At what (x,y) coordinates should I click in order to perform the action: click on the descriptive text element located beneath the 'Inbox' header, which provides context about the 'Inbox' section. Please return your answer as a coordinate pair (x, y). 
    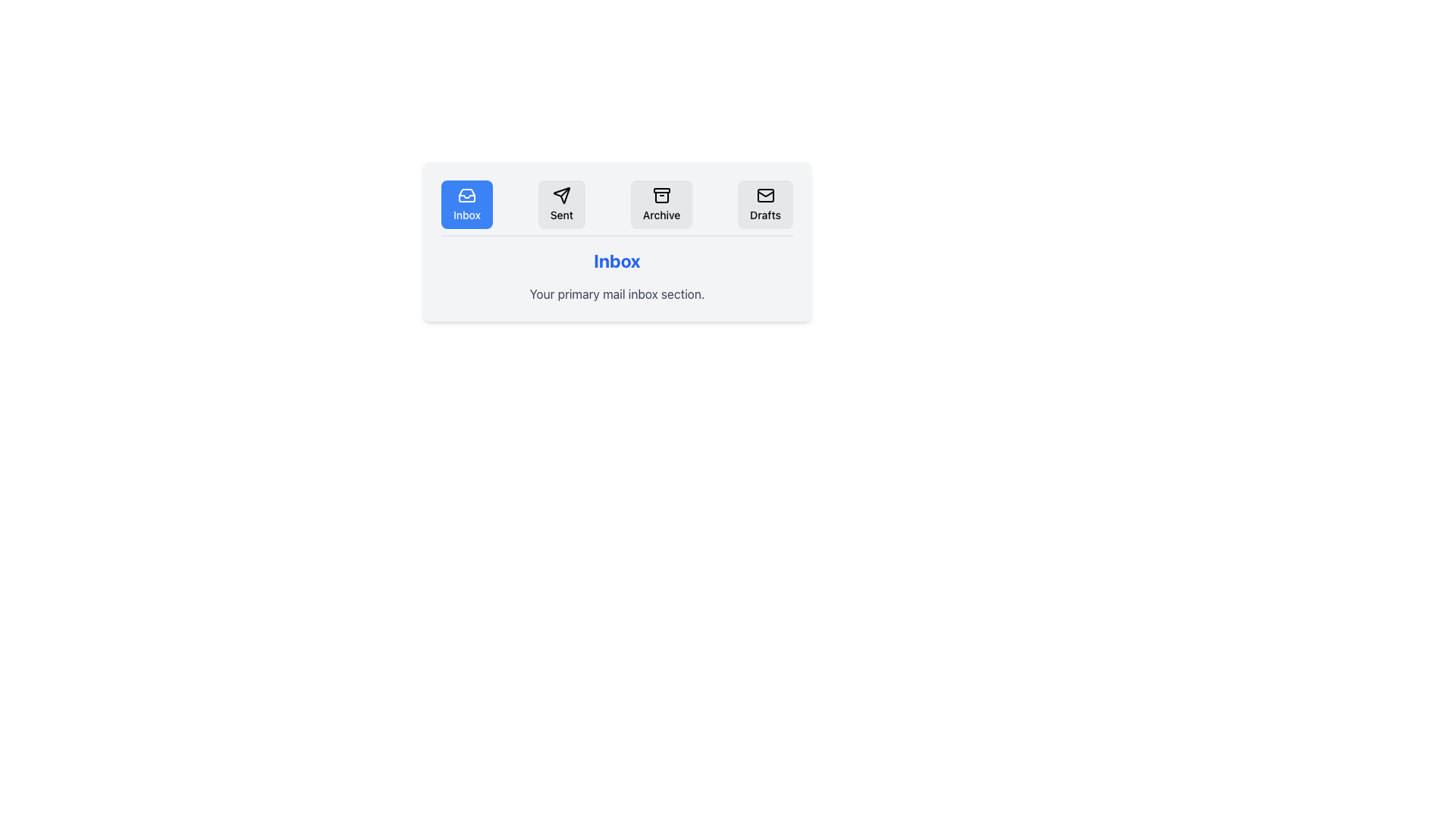
    Looking at the image, I should click on (617, 294).